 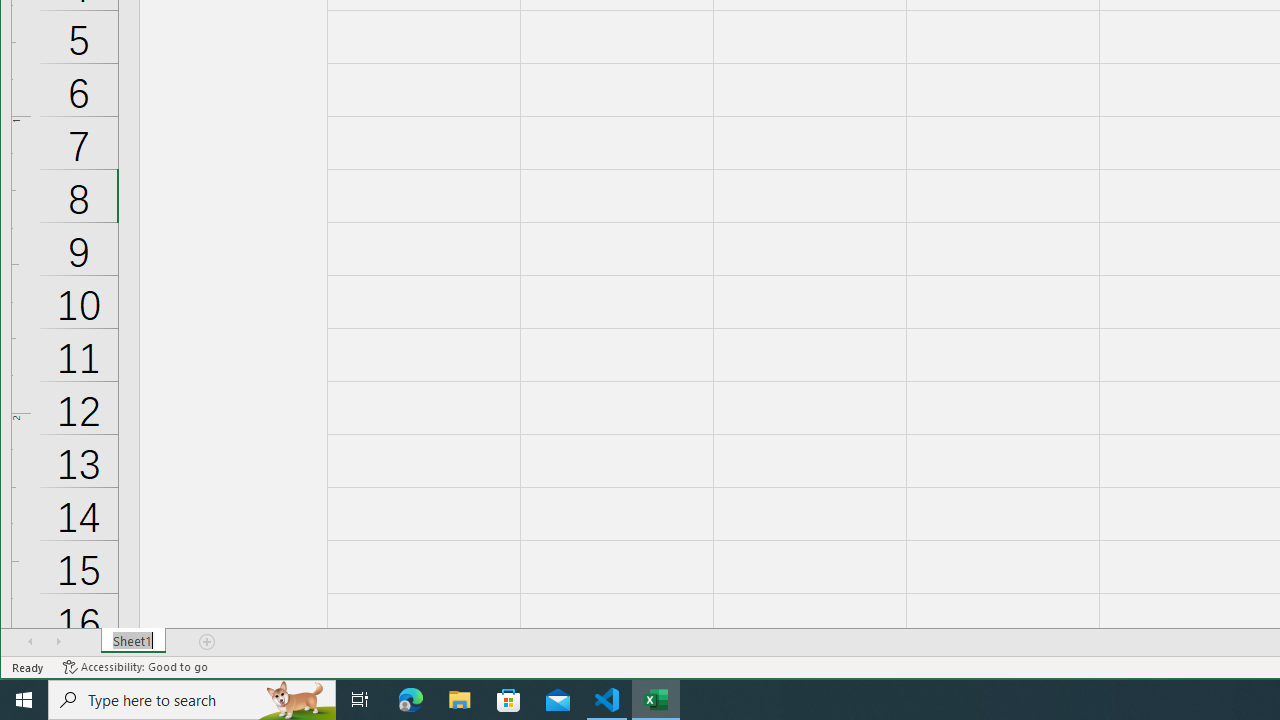 What do you see at coordinates (294, 698) in the screenshot?
I see `'Search highlights icon opens search home window'` at bounding box center [294, 698].